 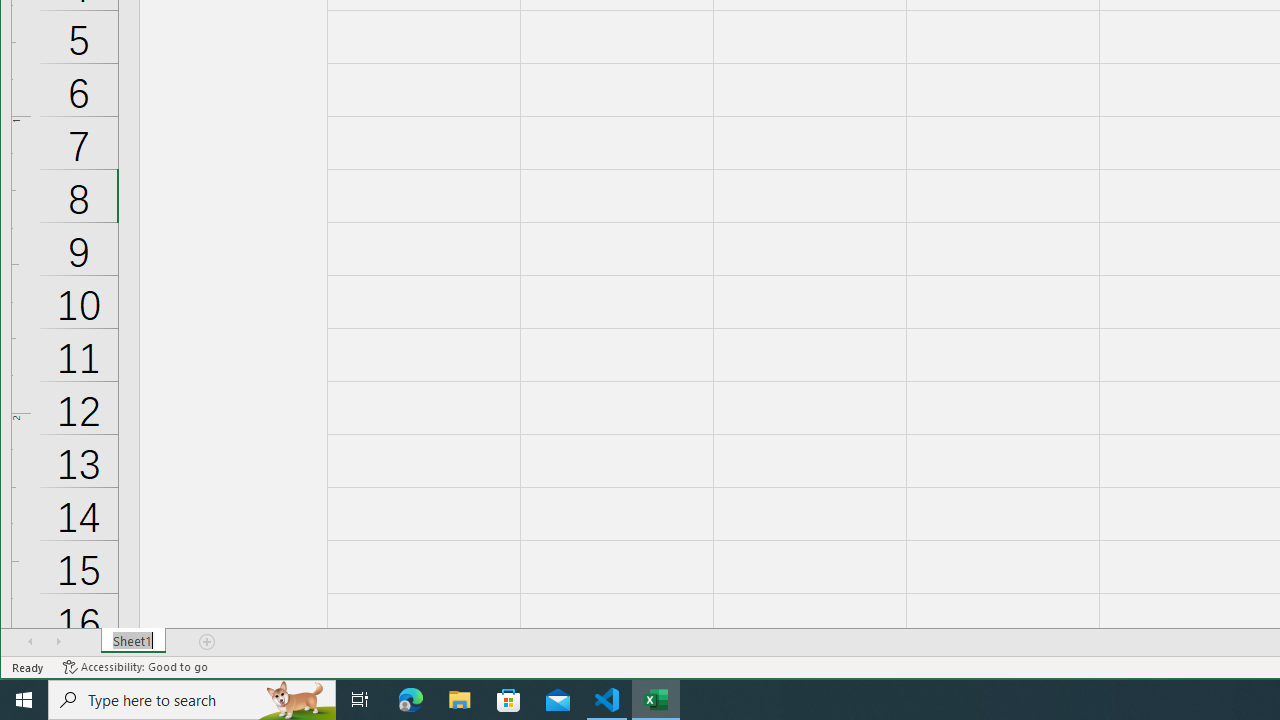 What do you see at coordinates (294, 698) in the screenshot?
I see `'Search highlights icon opens search home window'` at bounding box center [294, 698].